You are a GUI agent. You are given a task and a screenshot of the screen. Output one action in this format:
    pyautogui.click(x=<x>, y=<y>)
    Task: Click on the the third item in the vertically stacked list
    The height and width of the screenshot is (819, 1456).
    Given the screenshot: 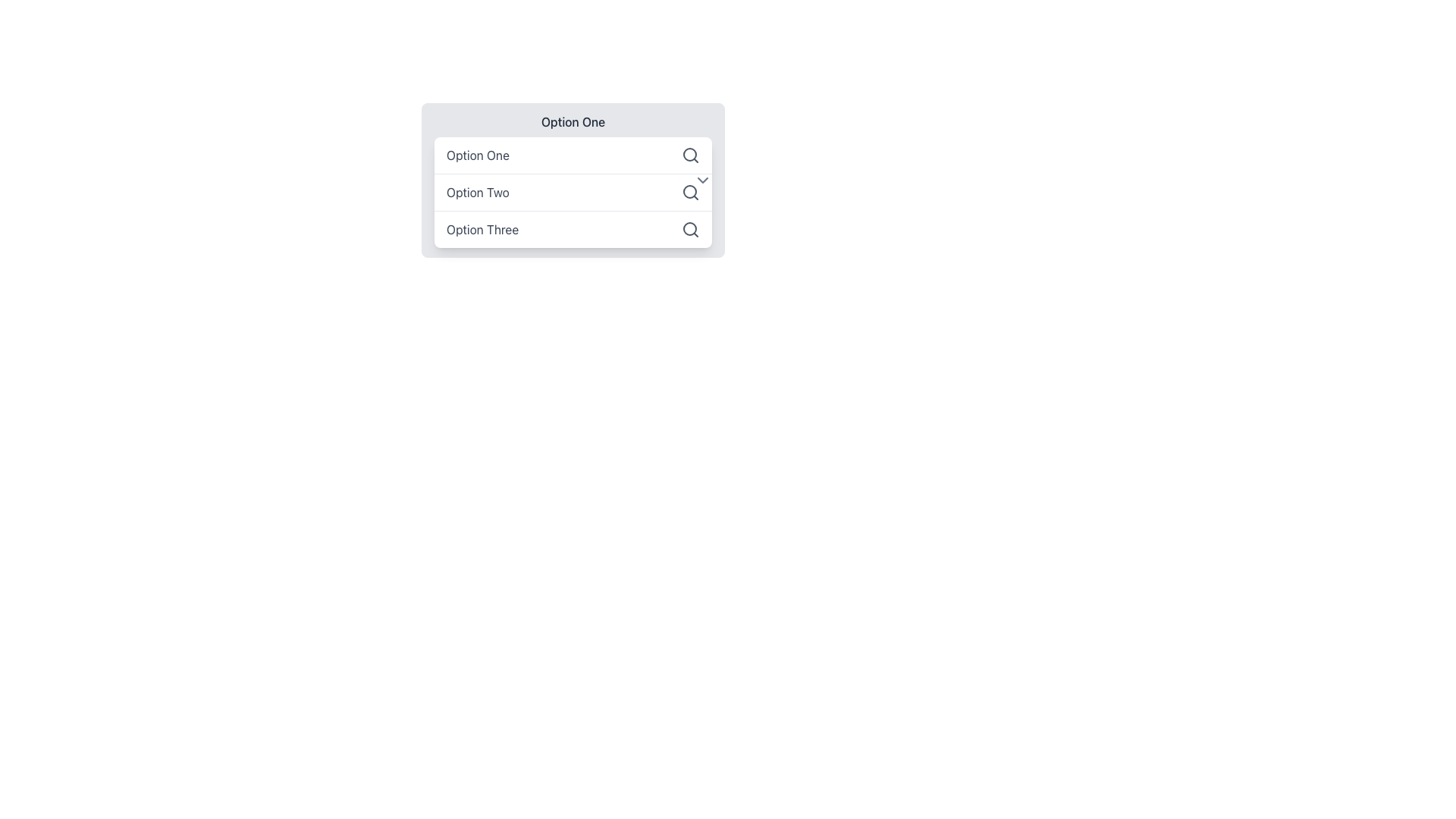 What is the action you would take?
    pyautogui.click(x=572, y=229)
    